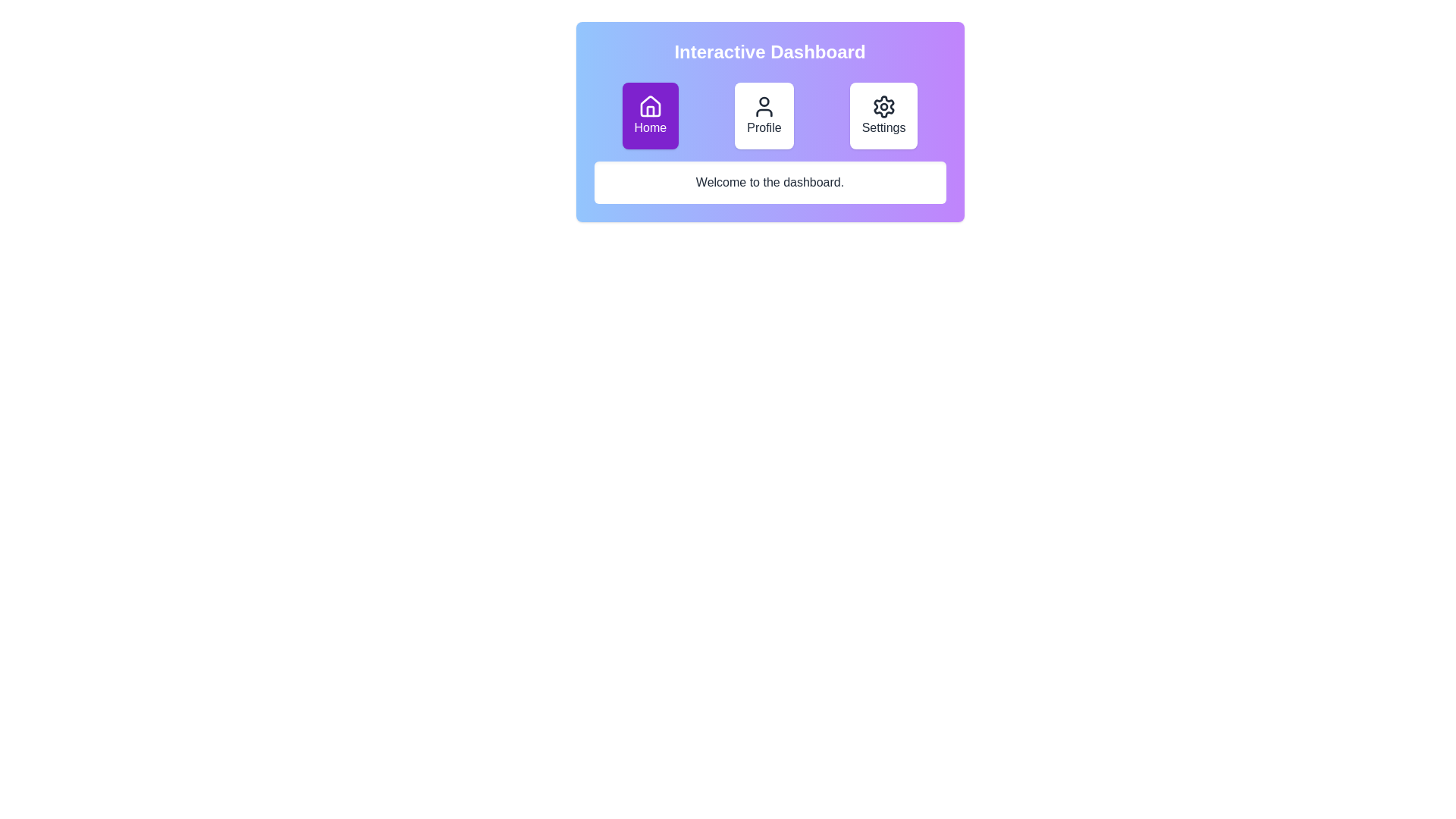 This screenshot has width=1456, height=819. I want to click on the Profile tab by clicking the corresponding button, so click(764, 115).